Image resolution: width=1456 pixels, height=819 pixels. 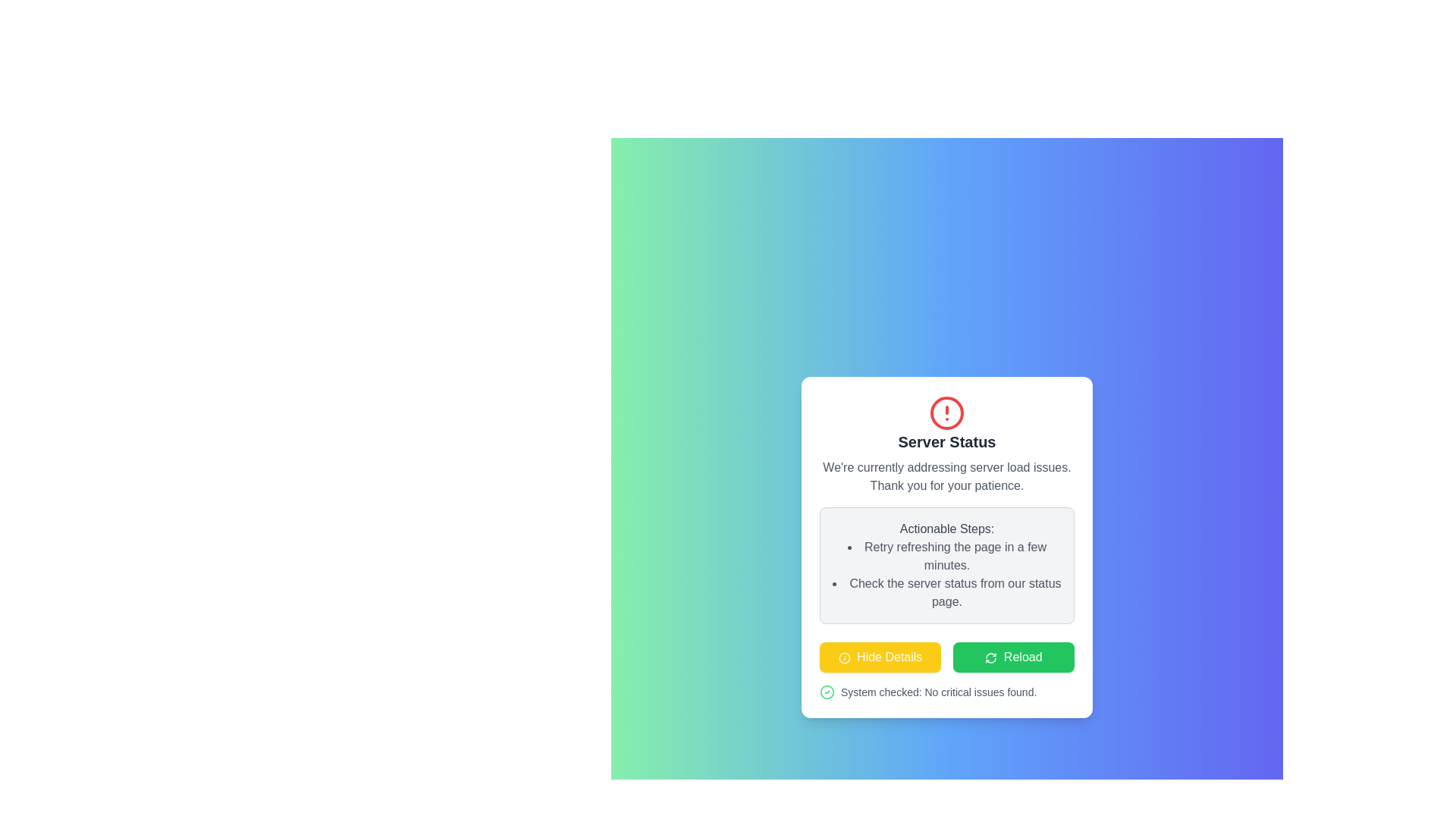 I want to click on the actionable steps in the central modal dialog component that provides server status and resolution advice, so click(x=946, y=547).